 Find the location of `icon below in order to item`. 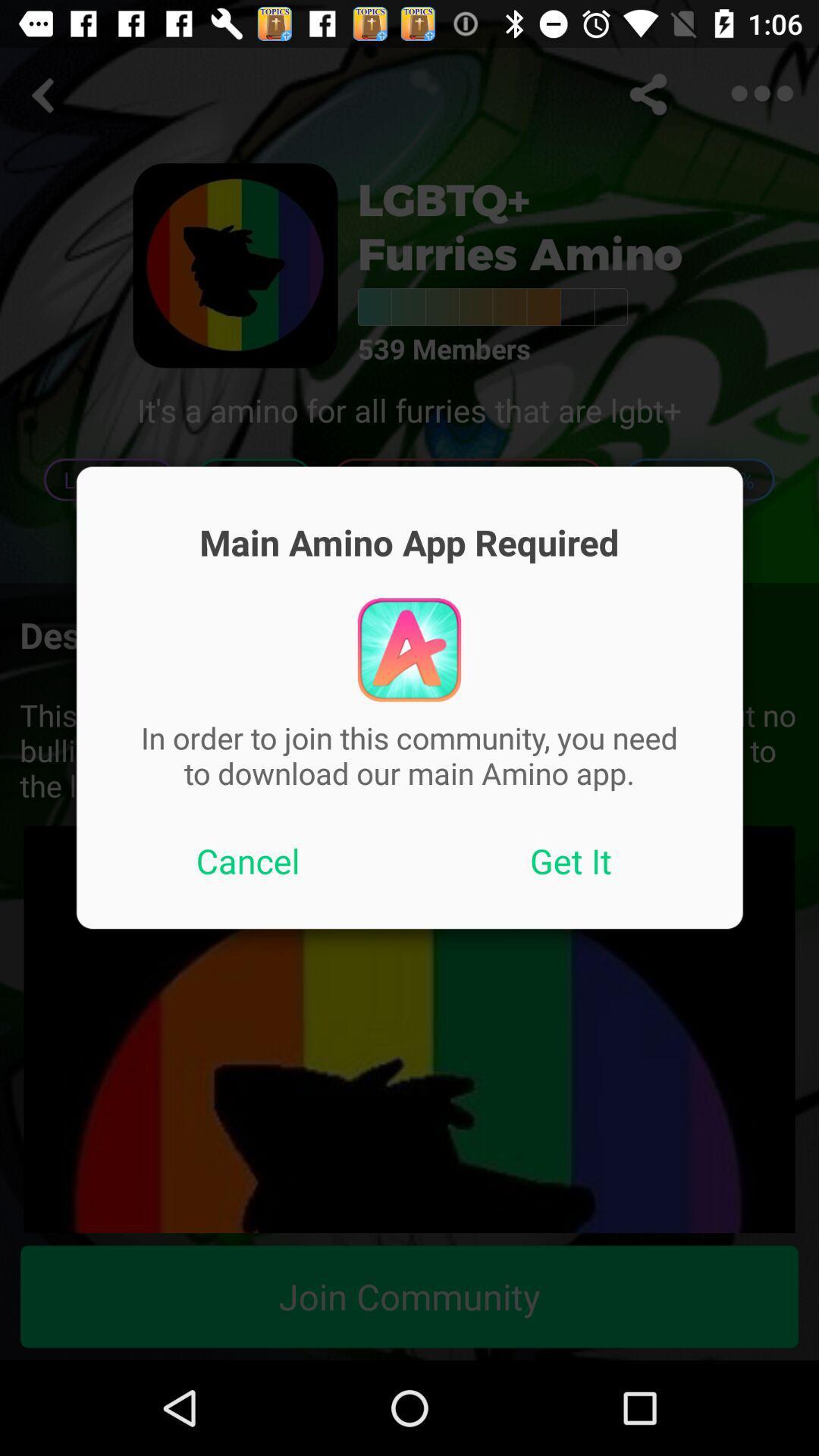

icon below in order to item is located at coordinates (571, 861).